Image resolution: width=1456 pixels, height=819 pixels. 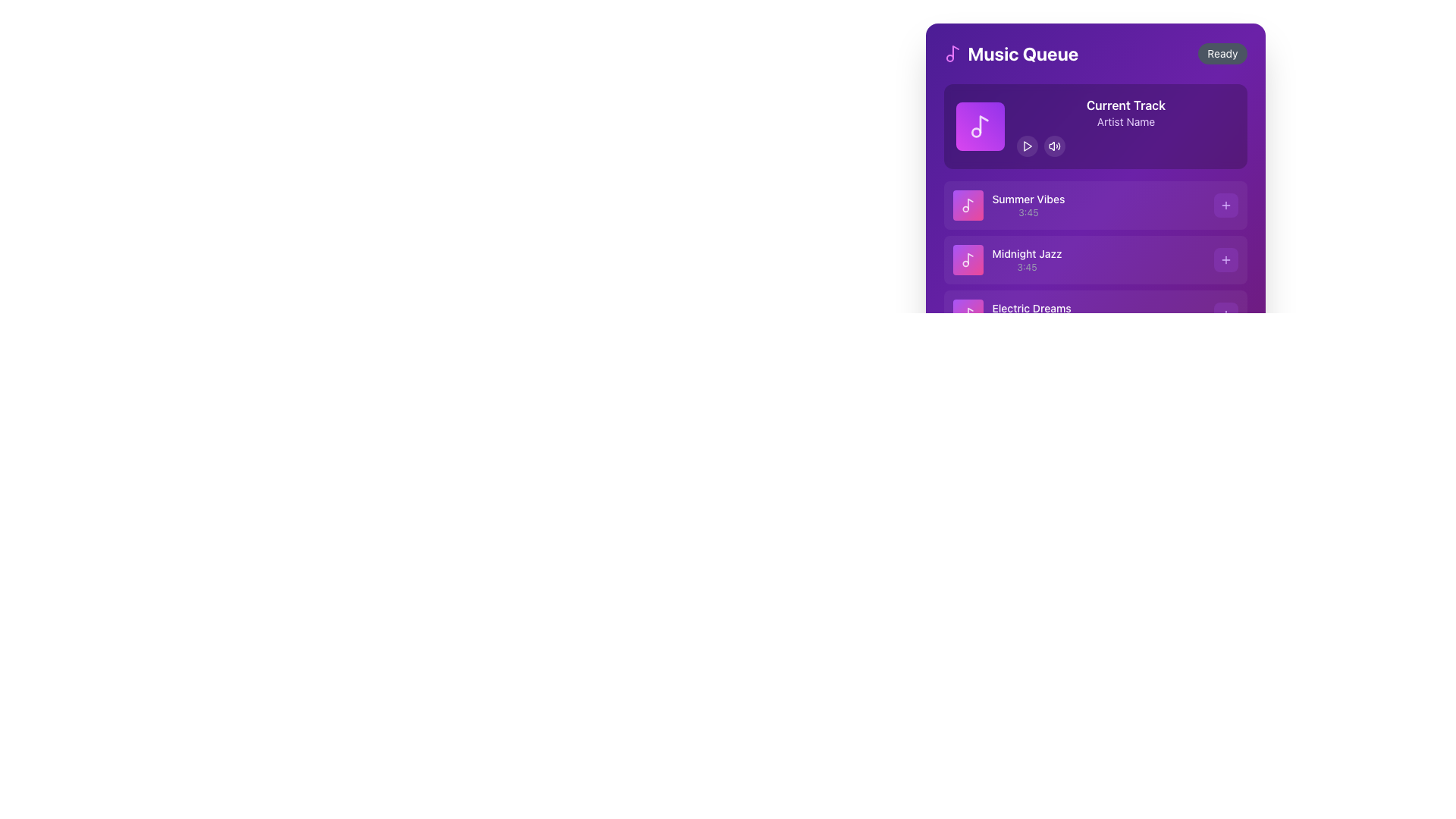 I want to click on the circular icon with a gradient background transitioning from purple to pink, which contains a small music note icon in white, located next to the 'Electric Dreams' text, so click(x=967, y=314).